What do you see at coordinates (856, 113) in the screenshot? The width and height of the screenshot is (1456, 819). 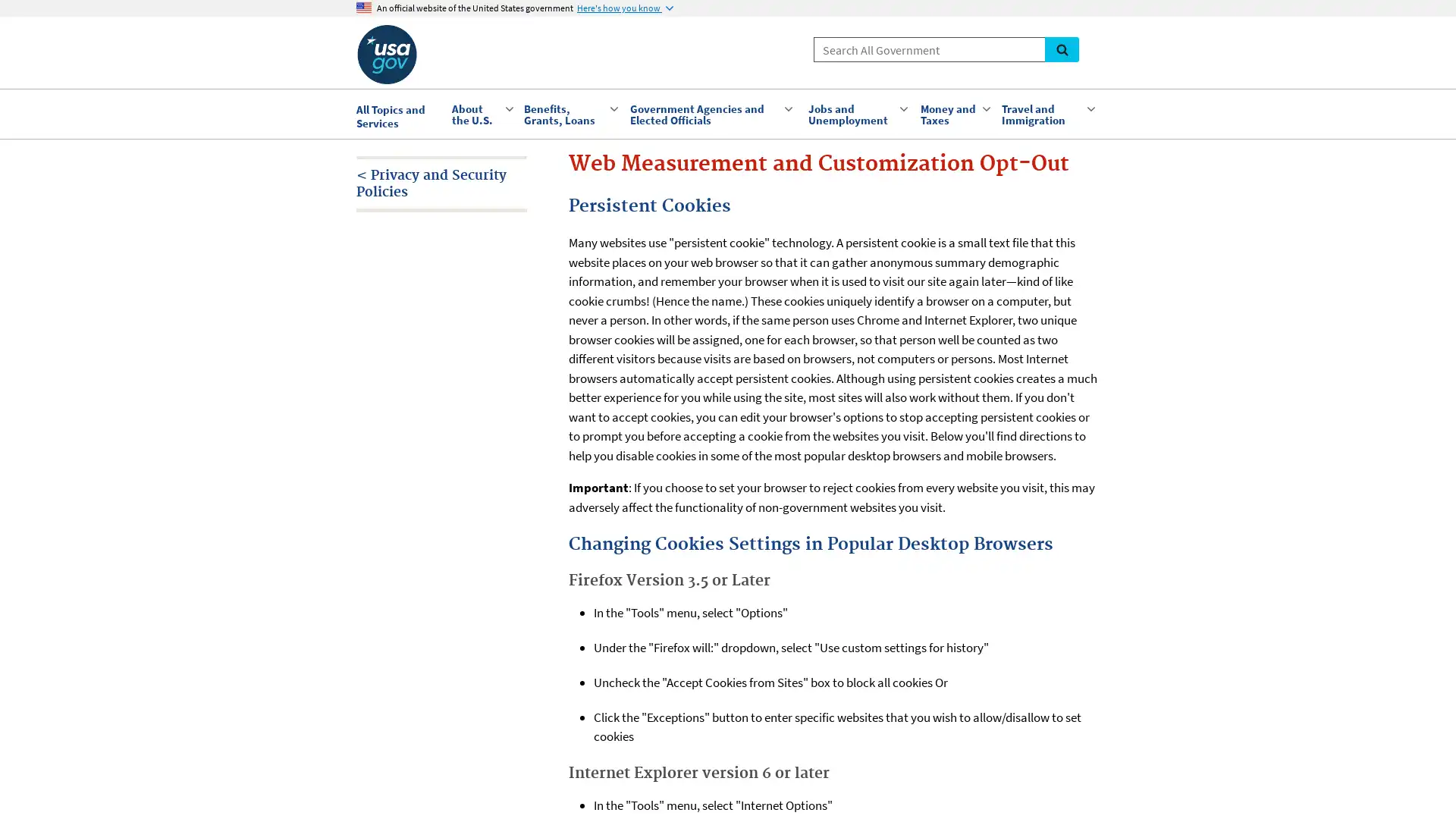 I see `Jobs and Unemployment` at bounding box center [856, 113].